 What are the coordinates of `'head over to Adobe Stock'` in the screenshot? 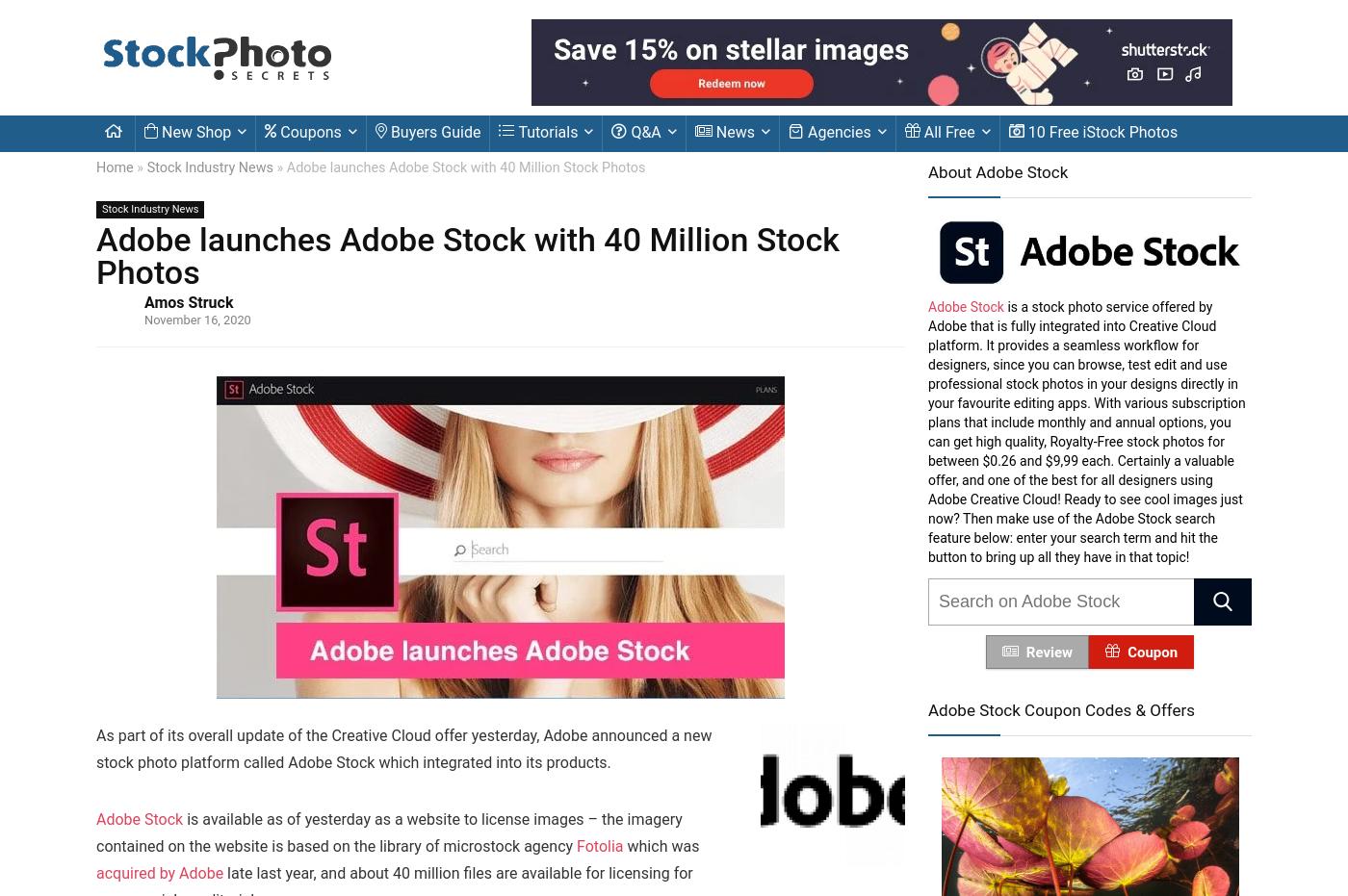 It's located at (443, 331).